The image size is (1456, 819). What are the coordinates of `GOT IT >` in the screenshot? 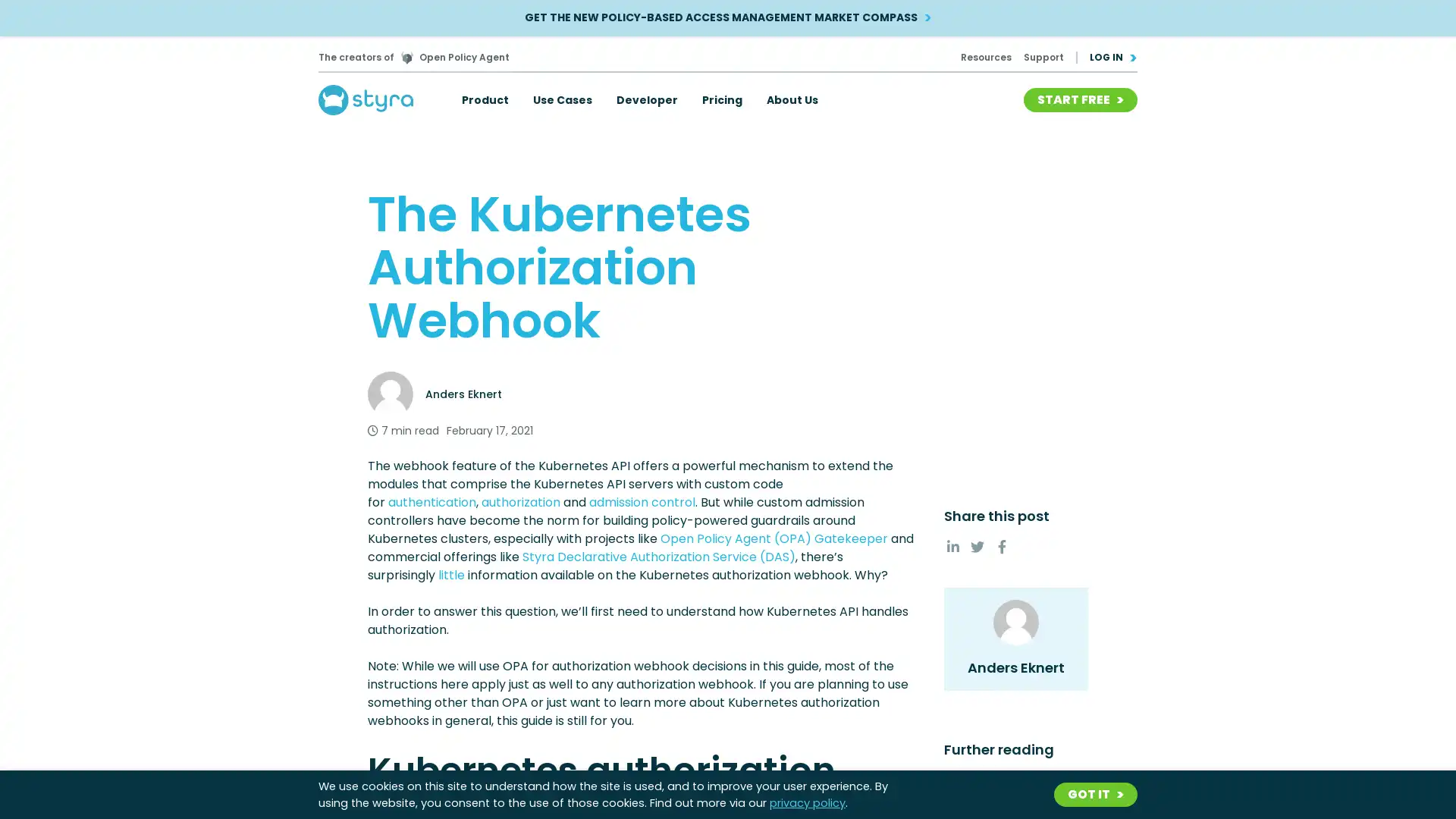 It's located at (1095, 794).